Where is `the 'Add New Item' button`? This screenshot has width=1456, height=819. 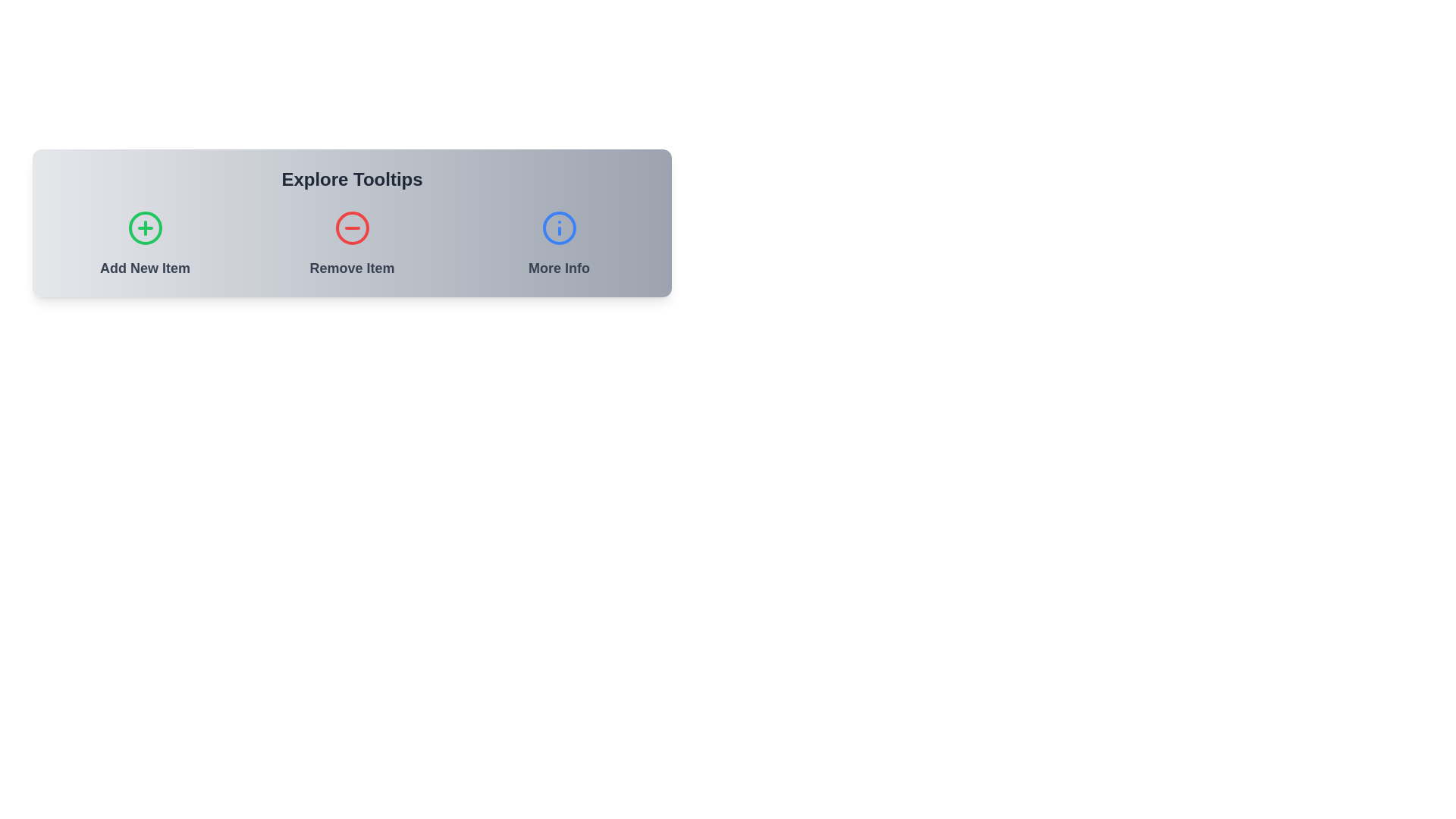 the 'Add New Item' button is located at coordinates (145, 227).